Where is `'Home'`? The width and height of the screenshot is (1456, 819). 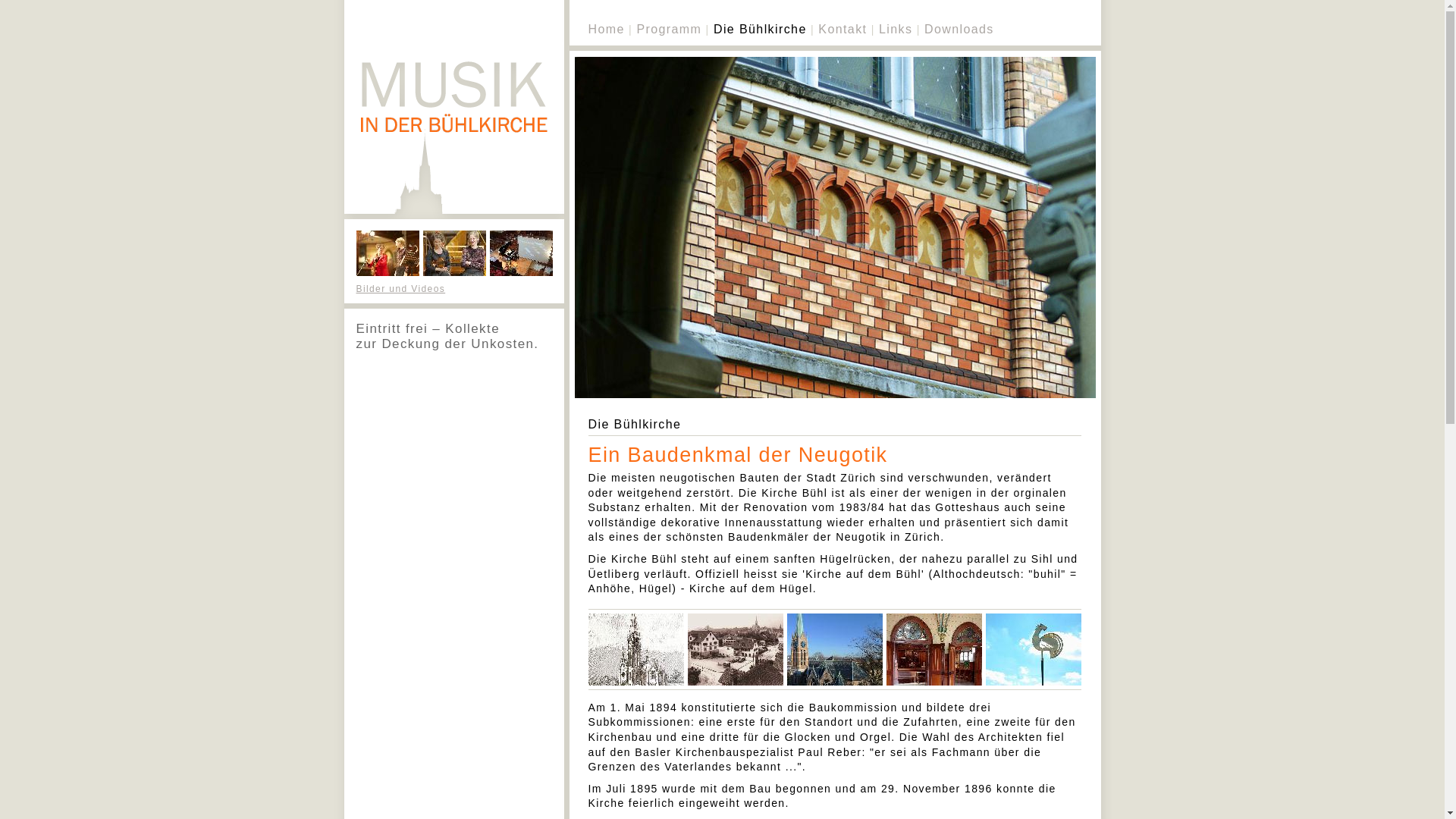
'Home' is located at coordinates (607, 29).